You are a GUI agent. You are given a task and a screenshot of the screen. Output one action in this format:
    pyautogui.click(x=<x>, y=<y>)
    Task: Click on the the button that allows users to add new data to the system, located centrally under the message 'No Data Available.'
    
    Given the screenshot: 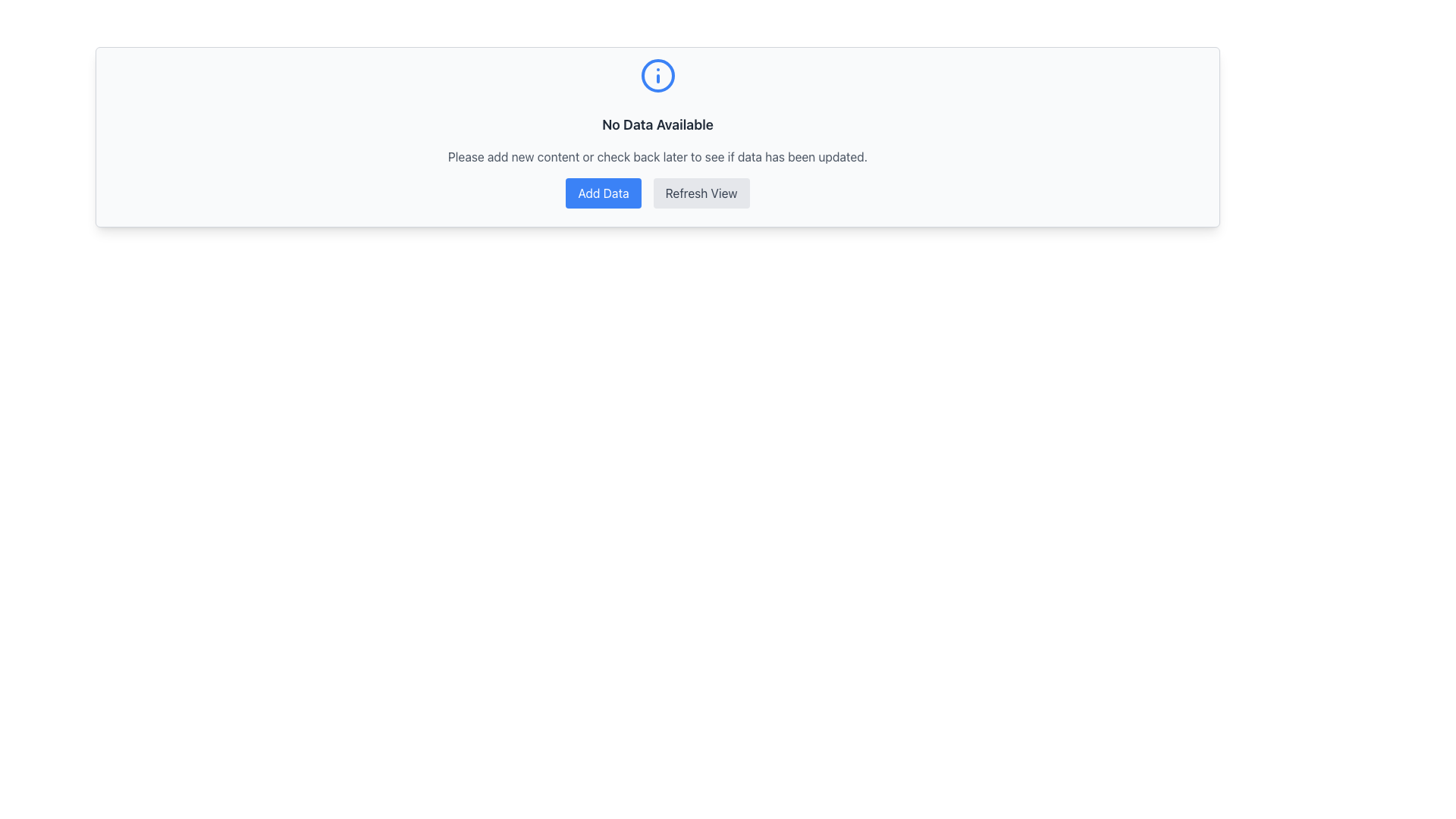 What is the action you would take?
    pyautogui.click(x=603, y=192)
    